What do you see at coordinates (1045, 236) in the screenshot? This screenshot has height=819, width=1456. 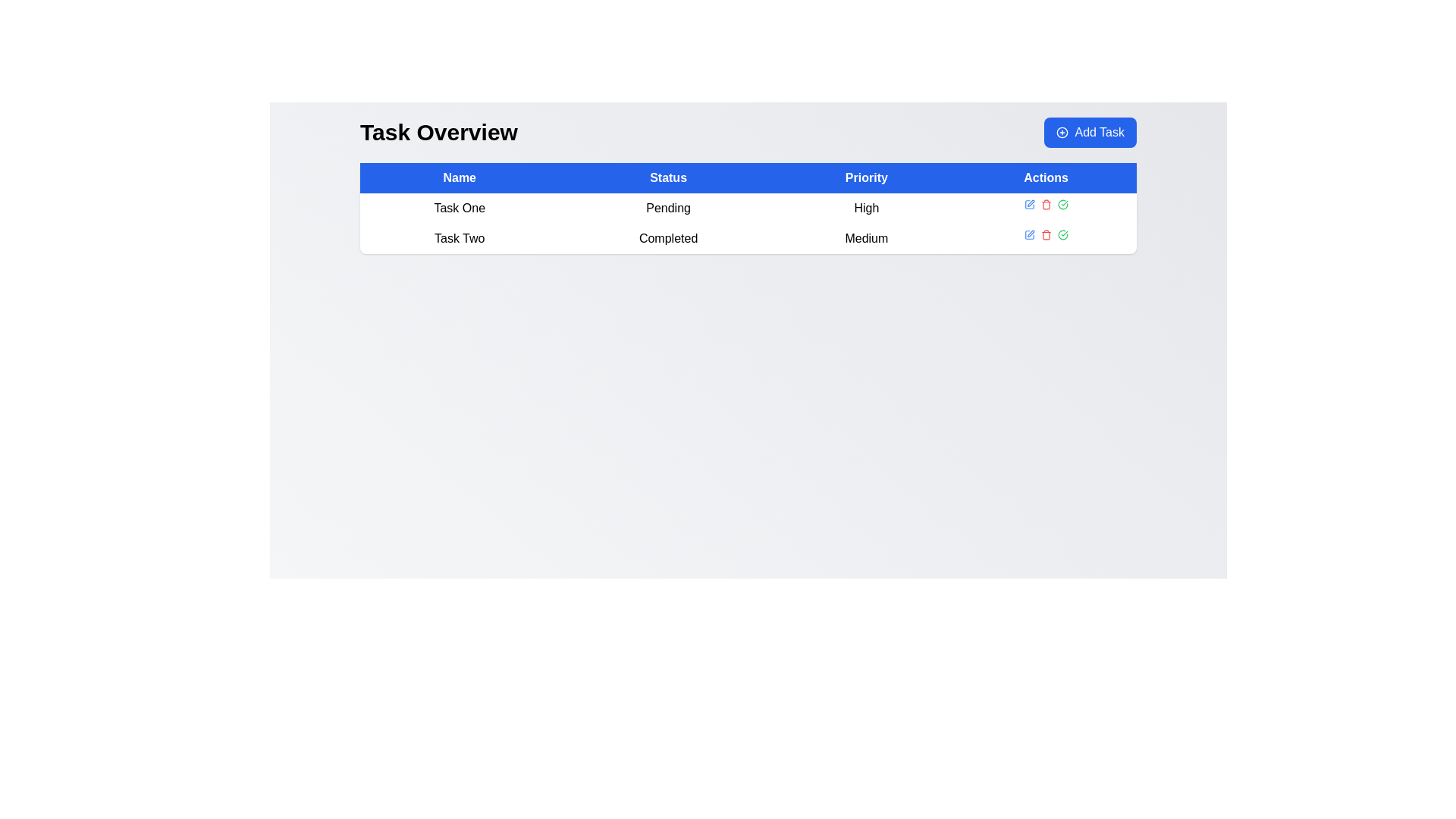 I see `the SVG trash can icon located in the 'Actions' column of the second row in the table` at bounding box center [1045, 236].